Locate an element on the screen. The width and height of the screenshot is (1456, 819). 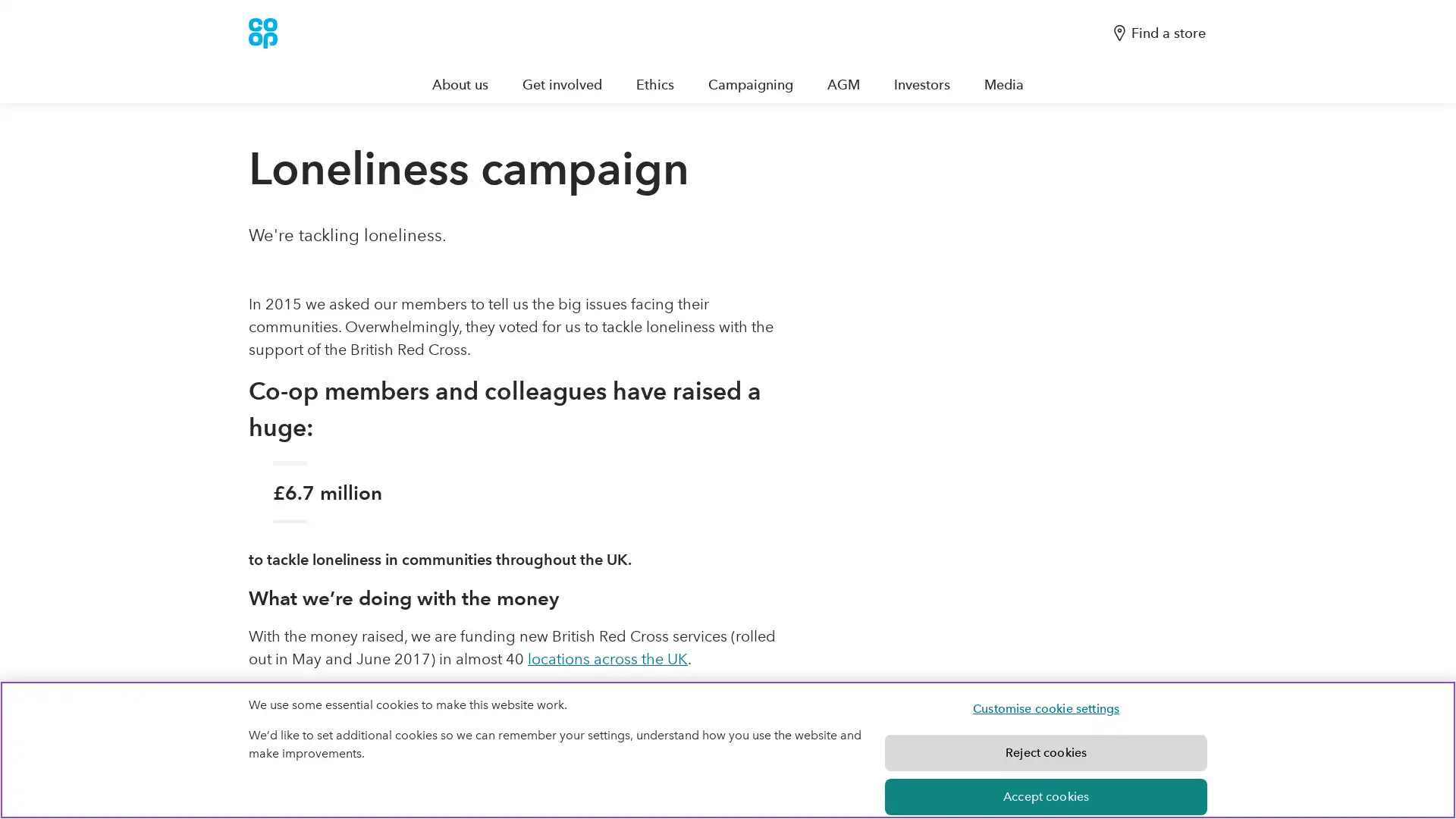
Accept cookies is located at coordinates (1044, 795).